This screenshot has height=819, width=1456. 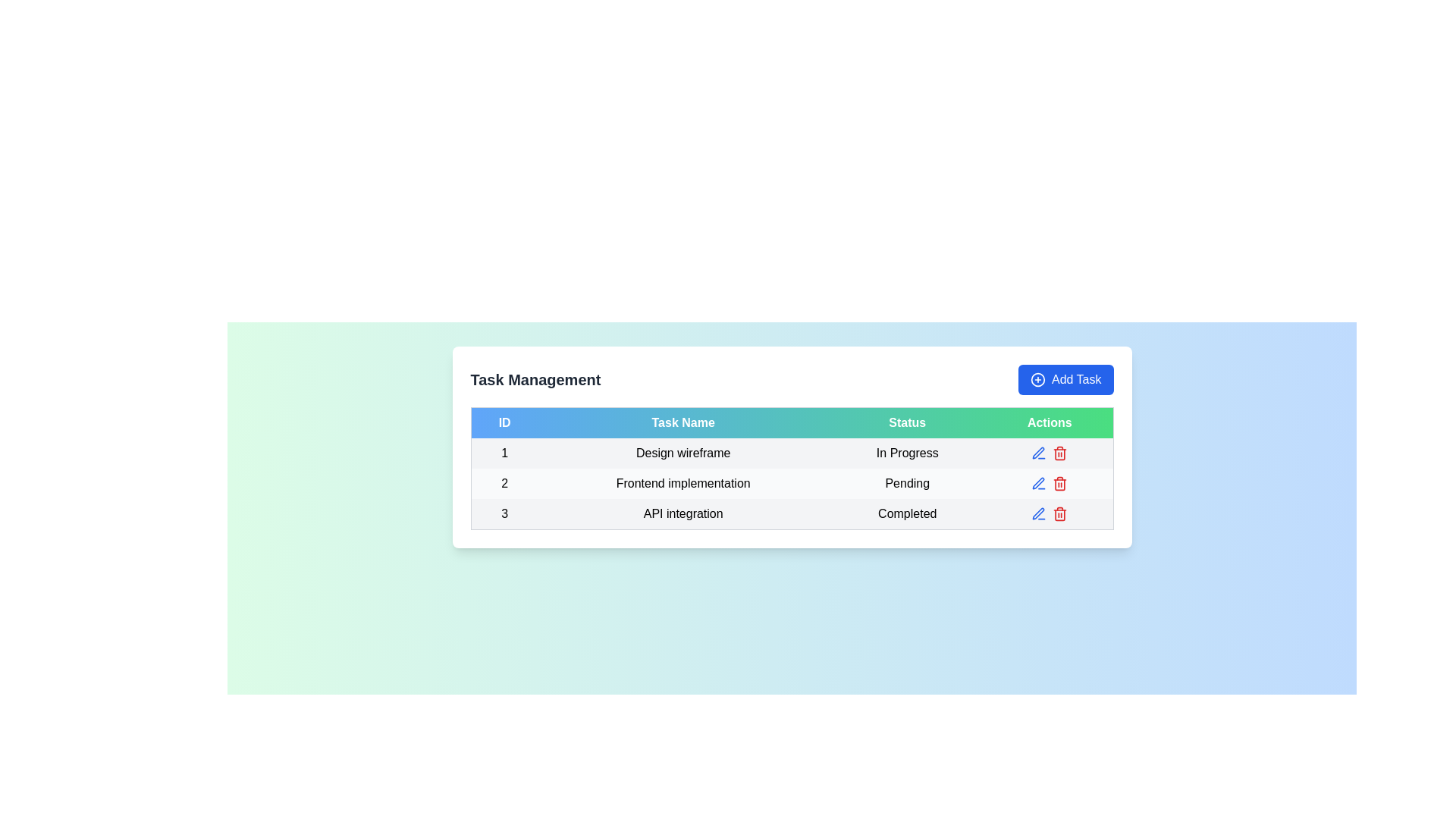 I want to click on the static text label displaying 'Design wireframe' located in the second cell of the first row under the 'Task Name' column, aligned with the identifier '1' from the 'ID' column, so click(x=682, y=452).